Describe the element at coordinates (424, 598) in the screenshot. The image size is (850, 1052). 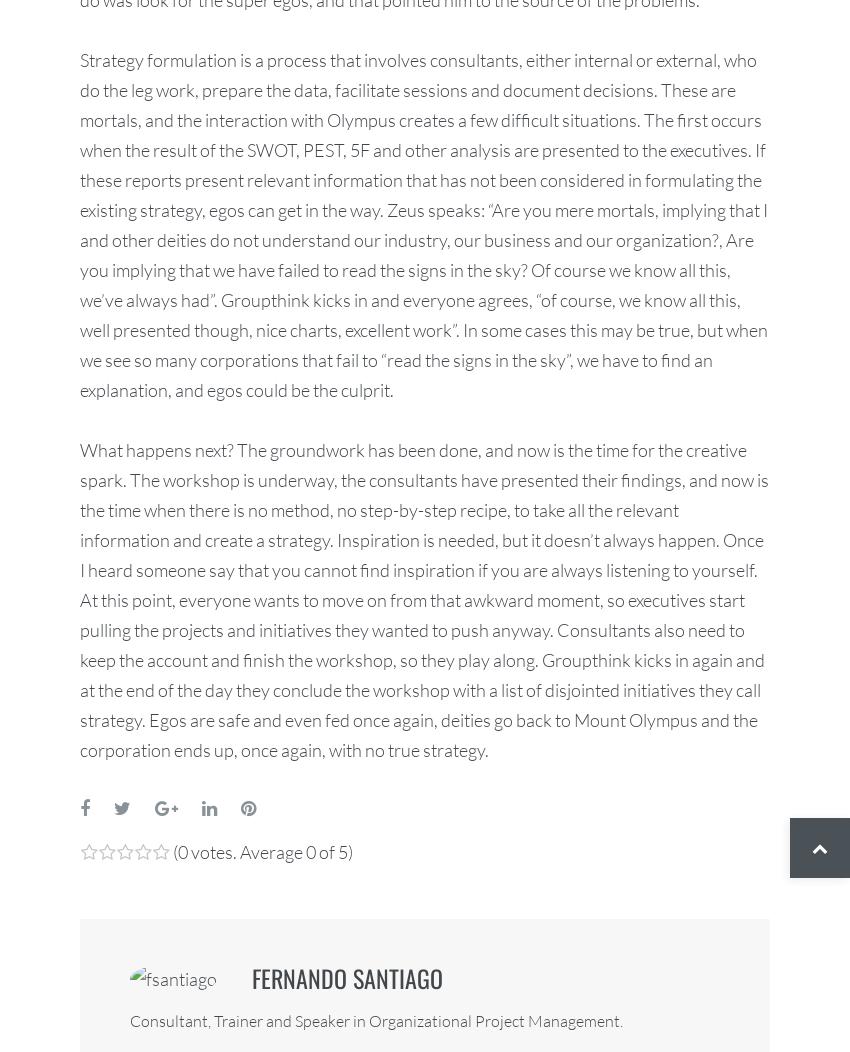
I see `'What happens next? The groundwork has been done, and now is the time for the creative spark. The workshop is underway, the consultants have presented their findings, and now is the time when there is no method, no step-by-step recipe, to take all the relevant information and create a strategy. Inspiration is needed, but it doesn’t always happen. Once I heard someone say that you cannot find inspiration if you are always listening to yourself. At this point, everyone wants to move on from that awkward moment, so executives start pulling the projects and initiatives they wanted to push anyway. Consultants also need to keep the account and finish the workshop, so they play along. Groupthink kicks in again and at the end of the day they conclude the workshop with a list of disjointed initiatives they call strategy. Egos are safe and even fed once again, deities go back to Mount Olympus and the corporation ends up, once again, with no true strategy.'` at that location.